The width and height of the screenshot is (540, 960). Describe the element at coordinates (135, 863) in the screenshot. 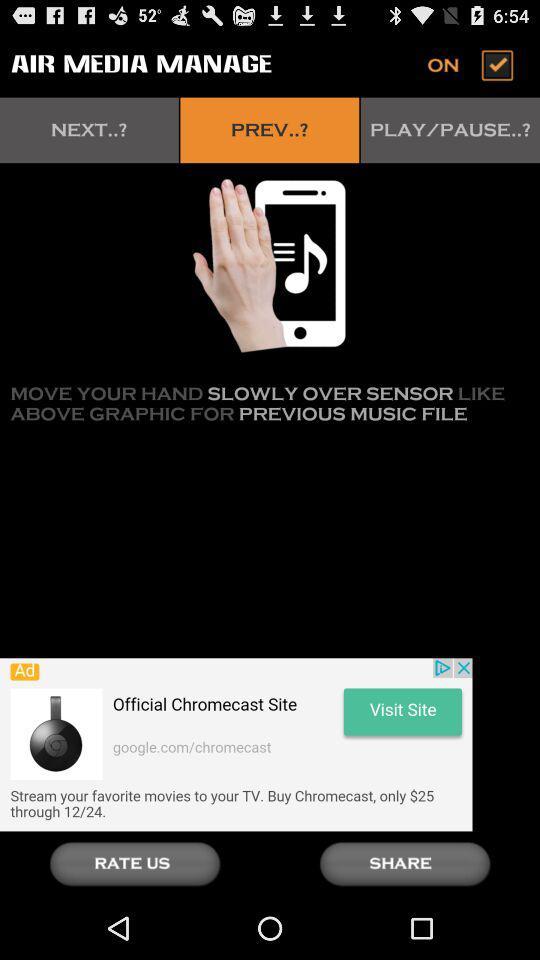

I see `rate page` at that location.